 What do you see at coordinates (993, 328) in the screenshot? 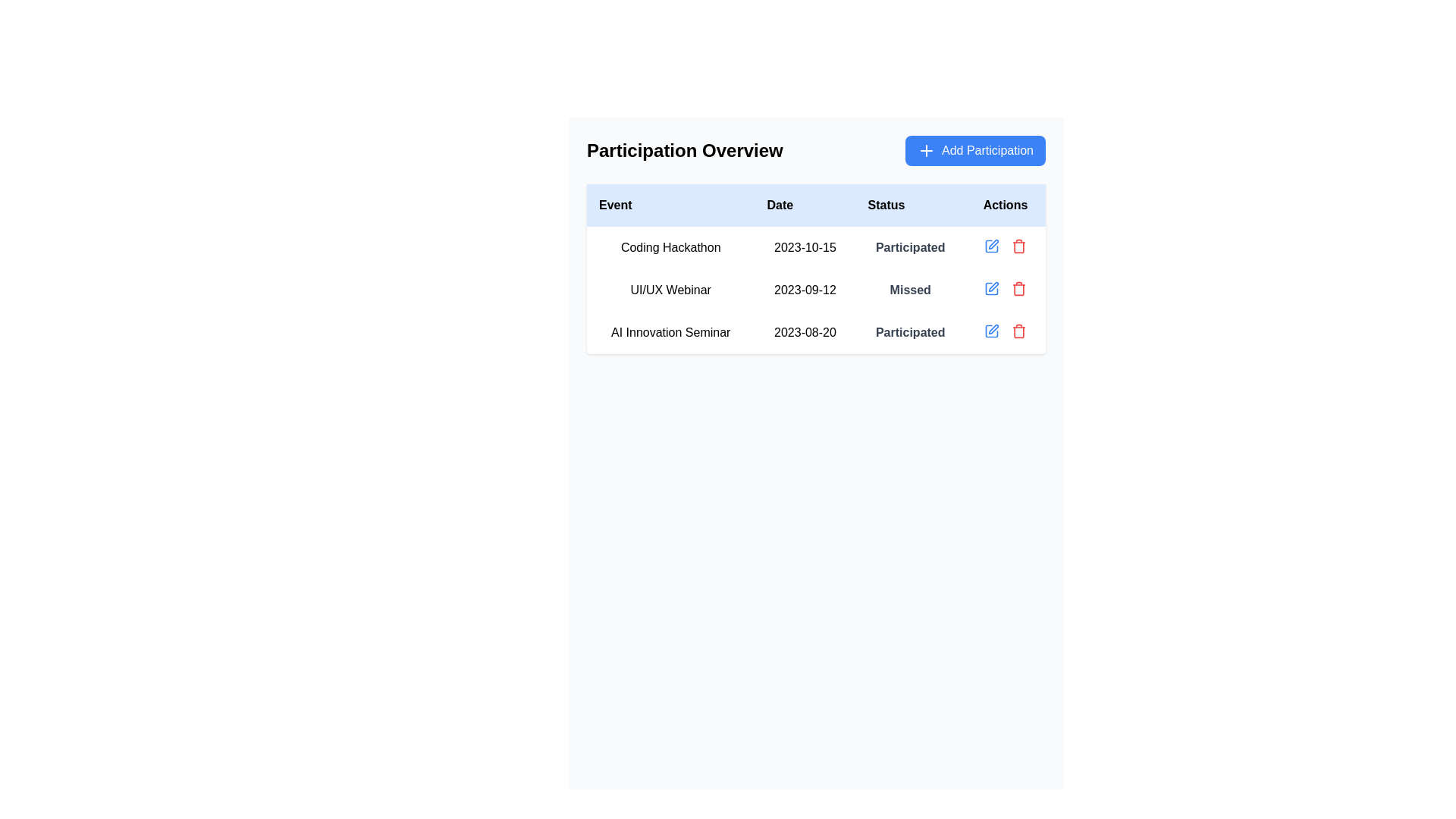
I see `the SVG-based icon located in the 'Actions' column of the table row for the event 'AI Innovation Seminar'` at bounding box center [993, 328].